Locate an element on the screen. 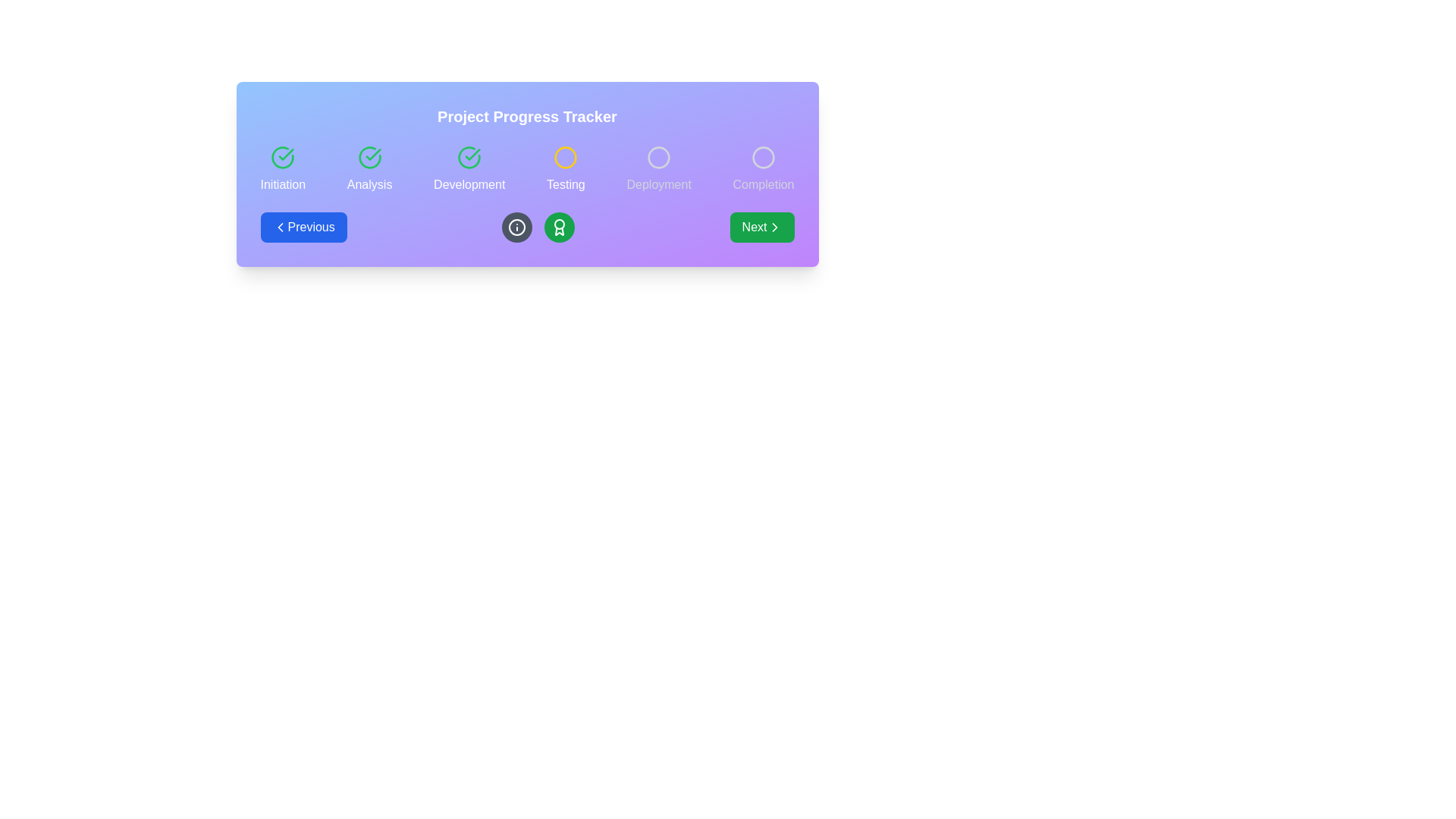 The image size is (1456, 819). the central SVG circle graphic element within the trophy-like icon, which serves a decorative purpose in the project progress tracking interface is located at coordinates (559, 224).